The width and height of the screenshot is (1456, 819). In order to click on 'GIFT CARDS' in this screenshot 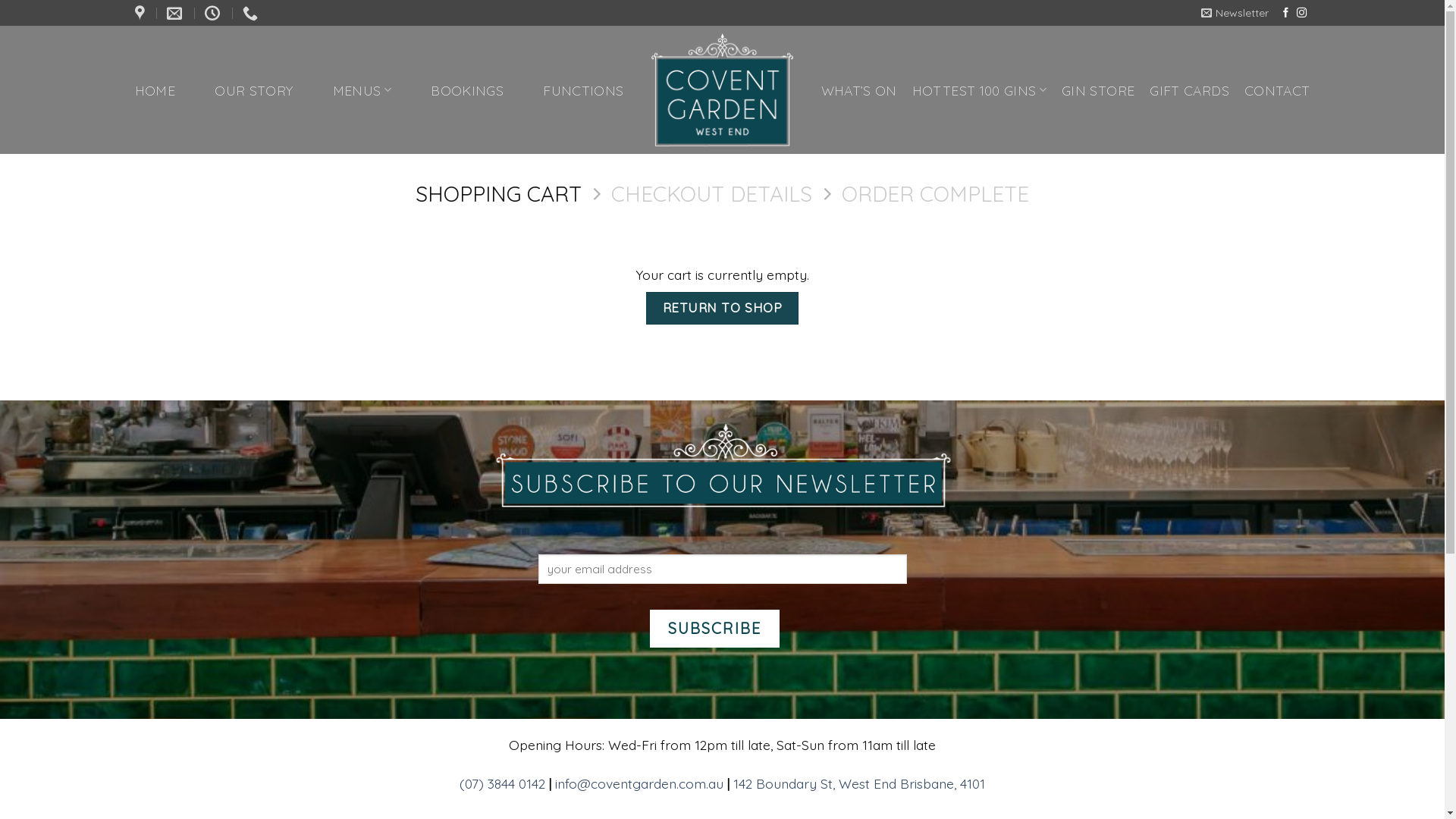, I will do `click(1188, 89)`.